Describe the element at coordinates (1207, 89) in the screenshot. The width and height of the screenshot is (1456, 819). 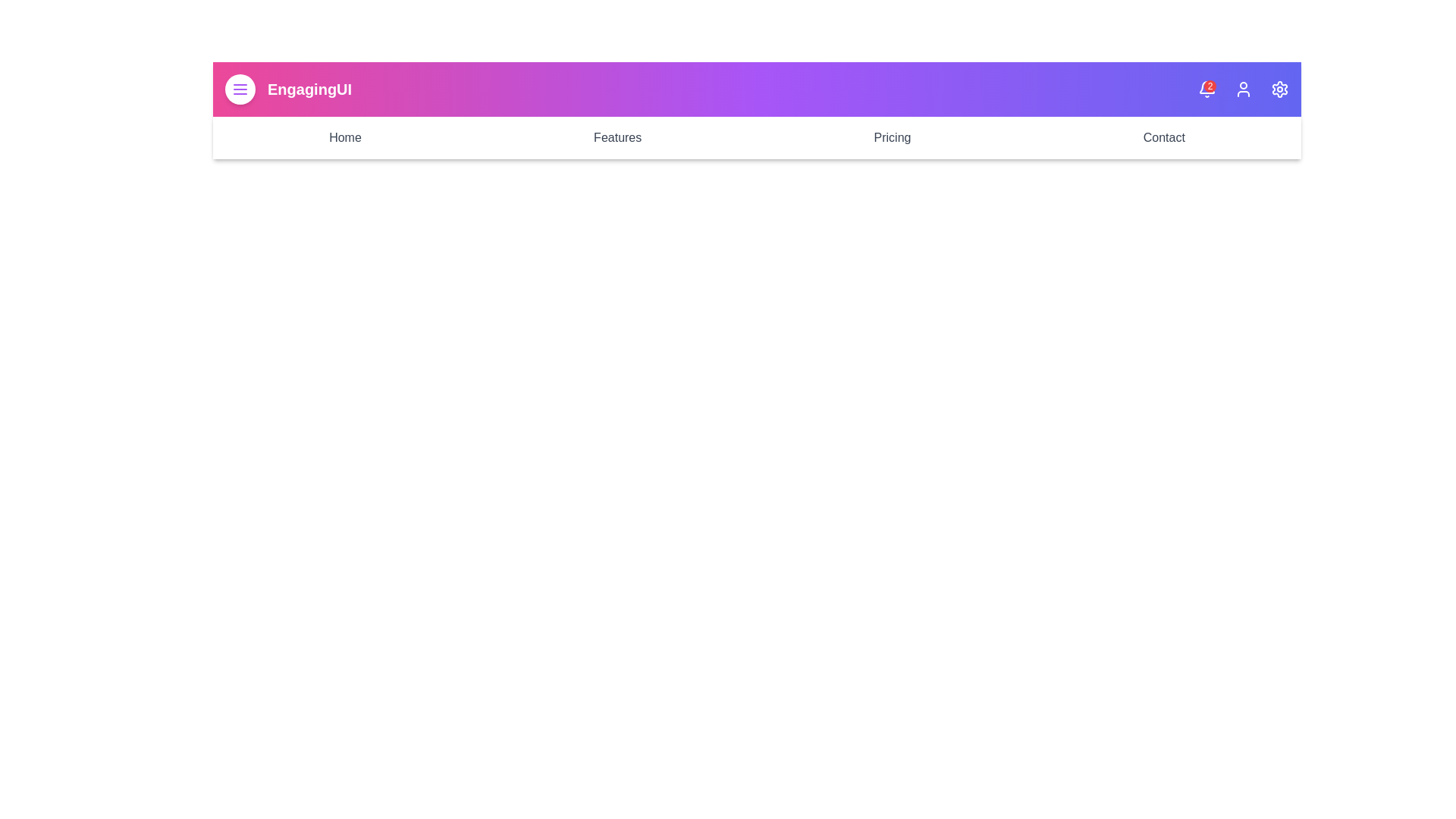
I see `the bell icon to observe its visual feedback` at that location.